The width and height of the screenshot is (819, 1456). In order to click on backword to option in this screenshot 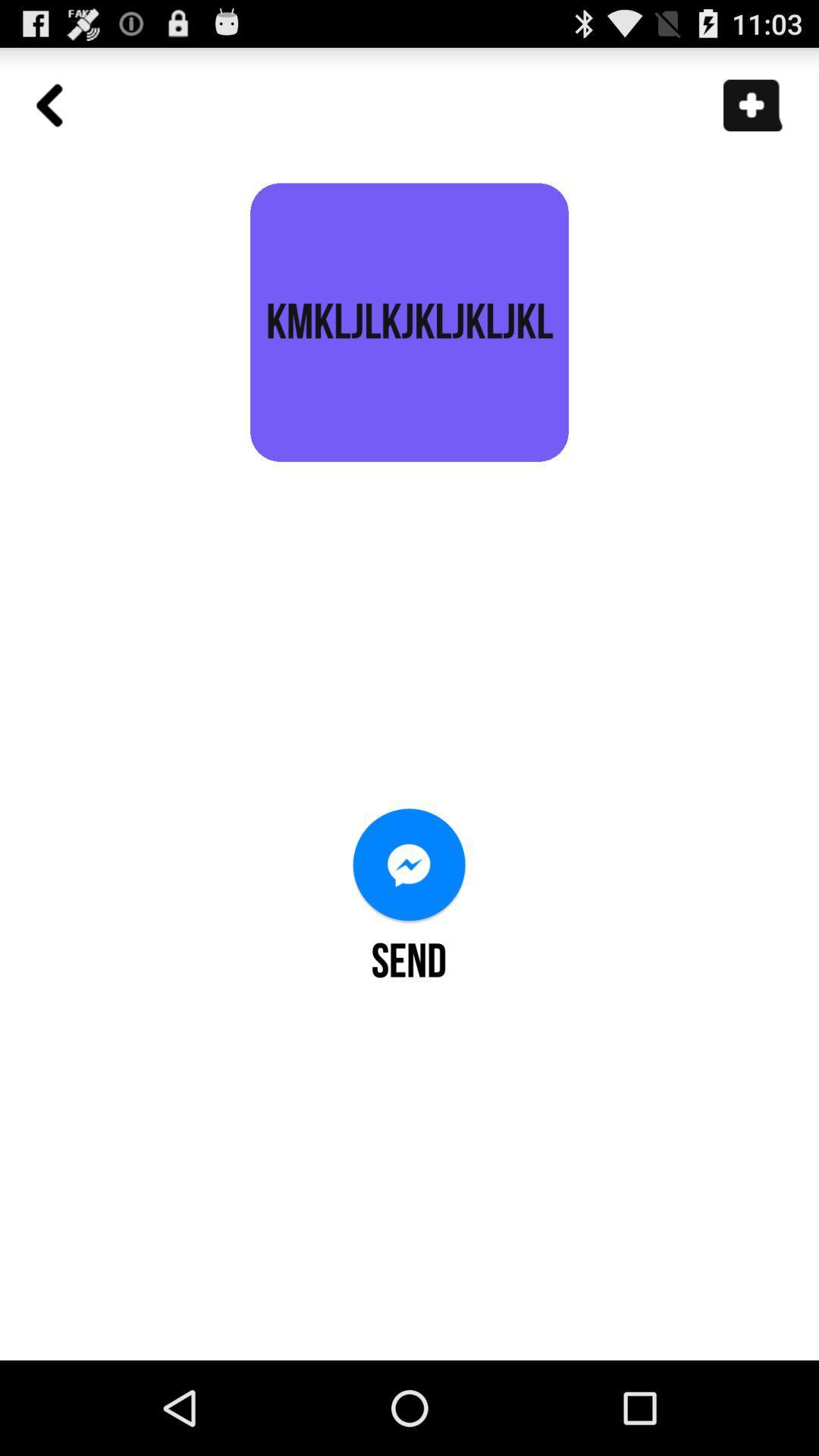, I will do `click(57, 112)`.